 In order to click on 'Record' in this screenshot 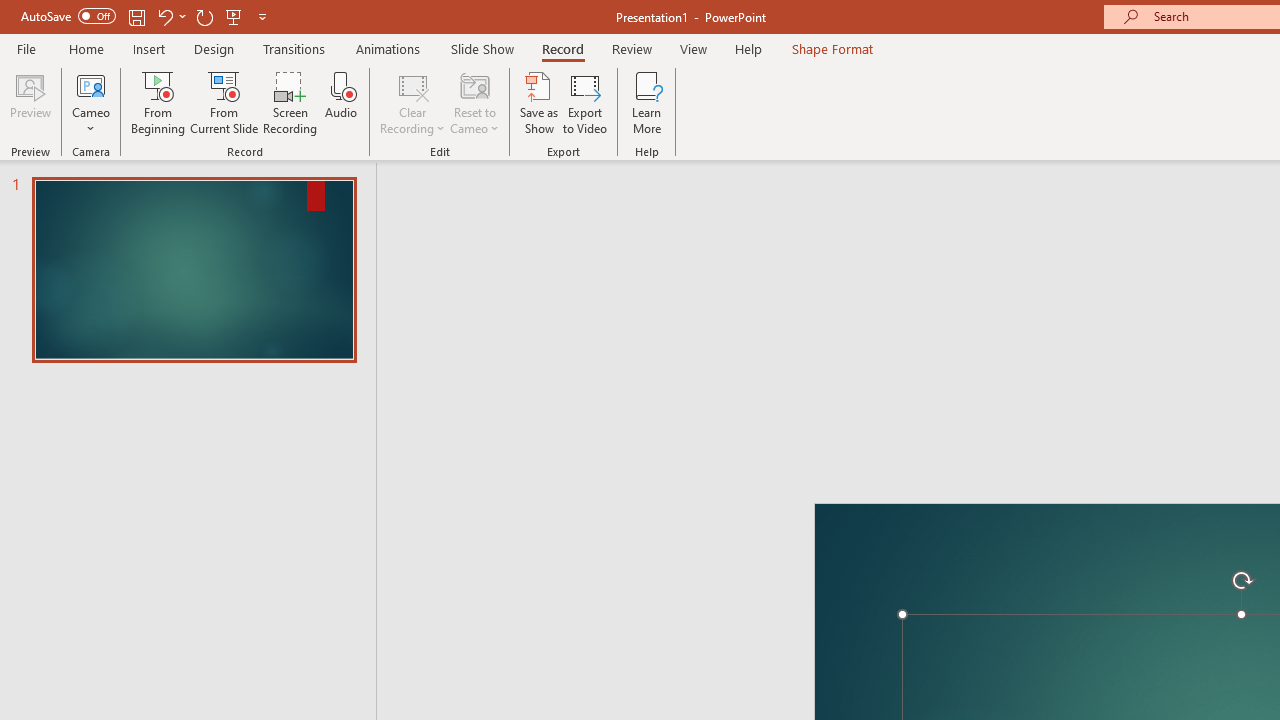, I will do `click(561, 48)`.